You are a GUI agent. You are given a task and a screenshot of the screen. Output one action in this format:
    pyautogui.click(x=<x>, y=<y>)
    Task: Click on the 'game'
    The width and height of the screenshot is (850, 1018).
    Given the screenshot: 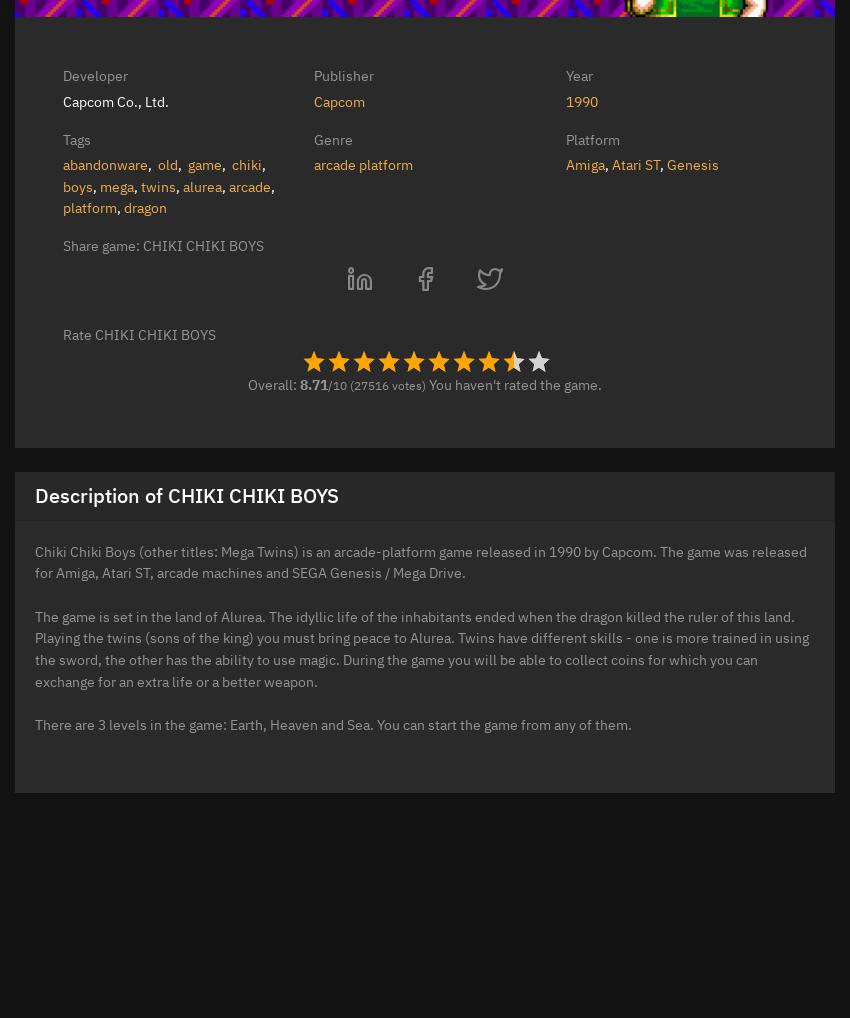 What is the action you would take?
    pyautogui.click(x=204, y=164)
    